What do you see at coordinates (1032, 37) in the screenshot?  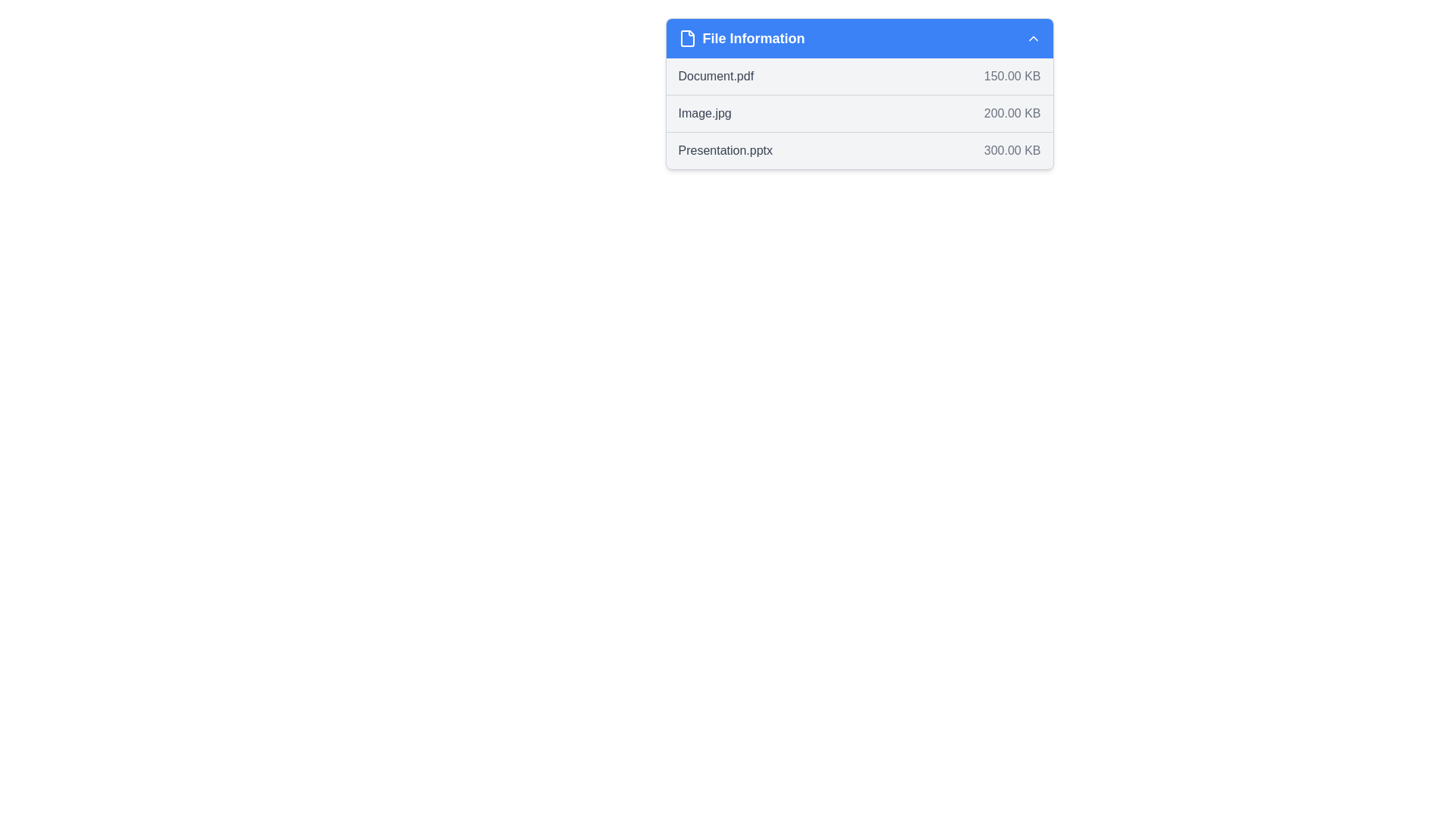 I see `the interactive icon located at the top-right corner of the 'File Information' panel` at bounding box center [1032, 37].